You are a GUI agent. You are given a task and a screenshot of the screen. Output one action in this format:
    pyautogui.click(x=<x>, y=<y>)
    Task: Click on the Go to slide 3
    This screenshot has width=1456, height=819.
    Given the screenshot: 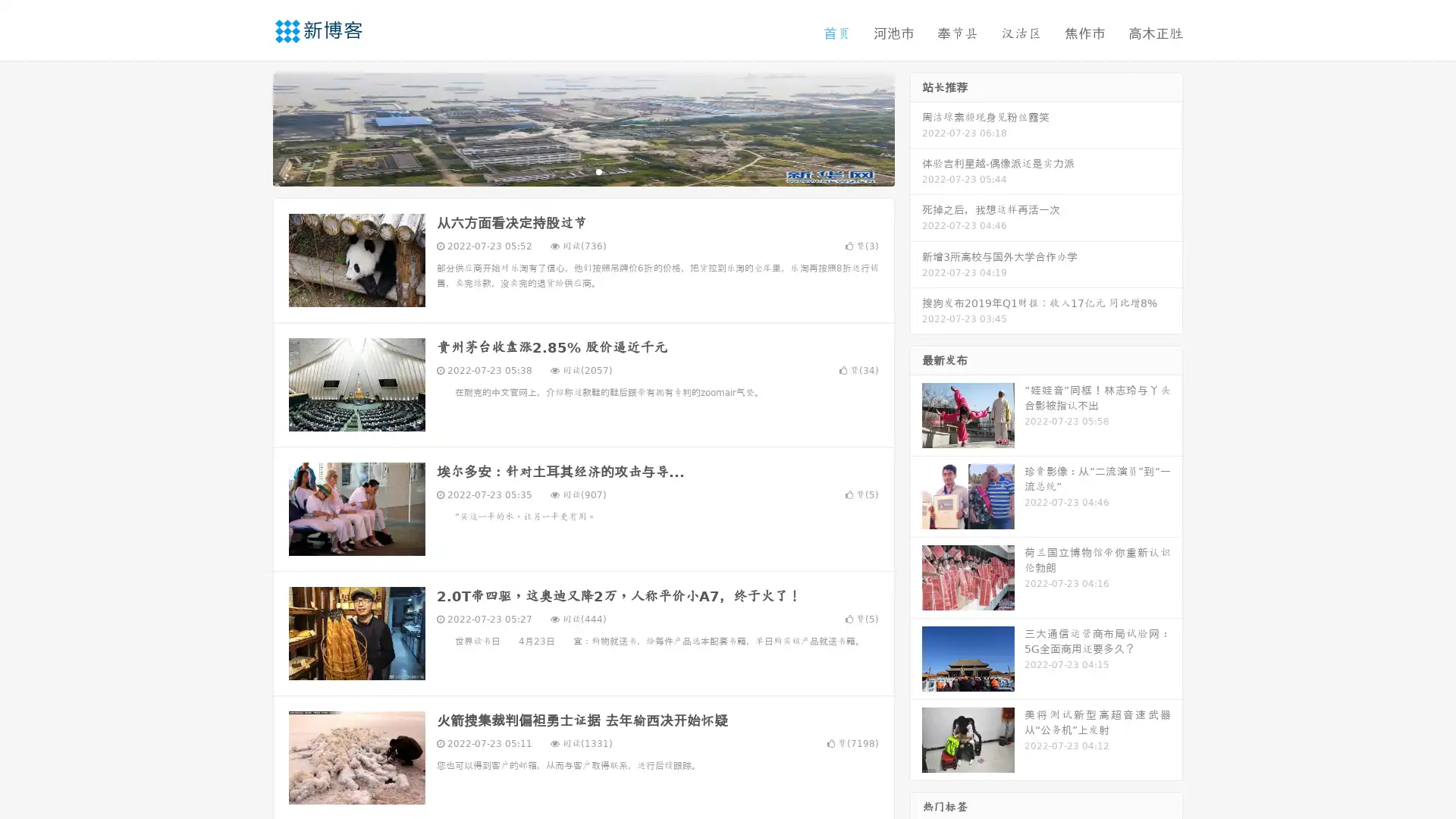 What is the action you would take?
    pyautogui.click(x=598, y=171)
    